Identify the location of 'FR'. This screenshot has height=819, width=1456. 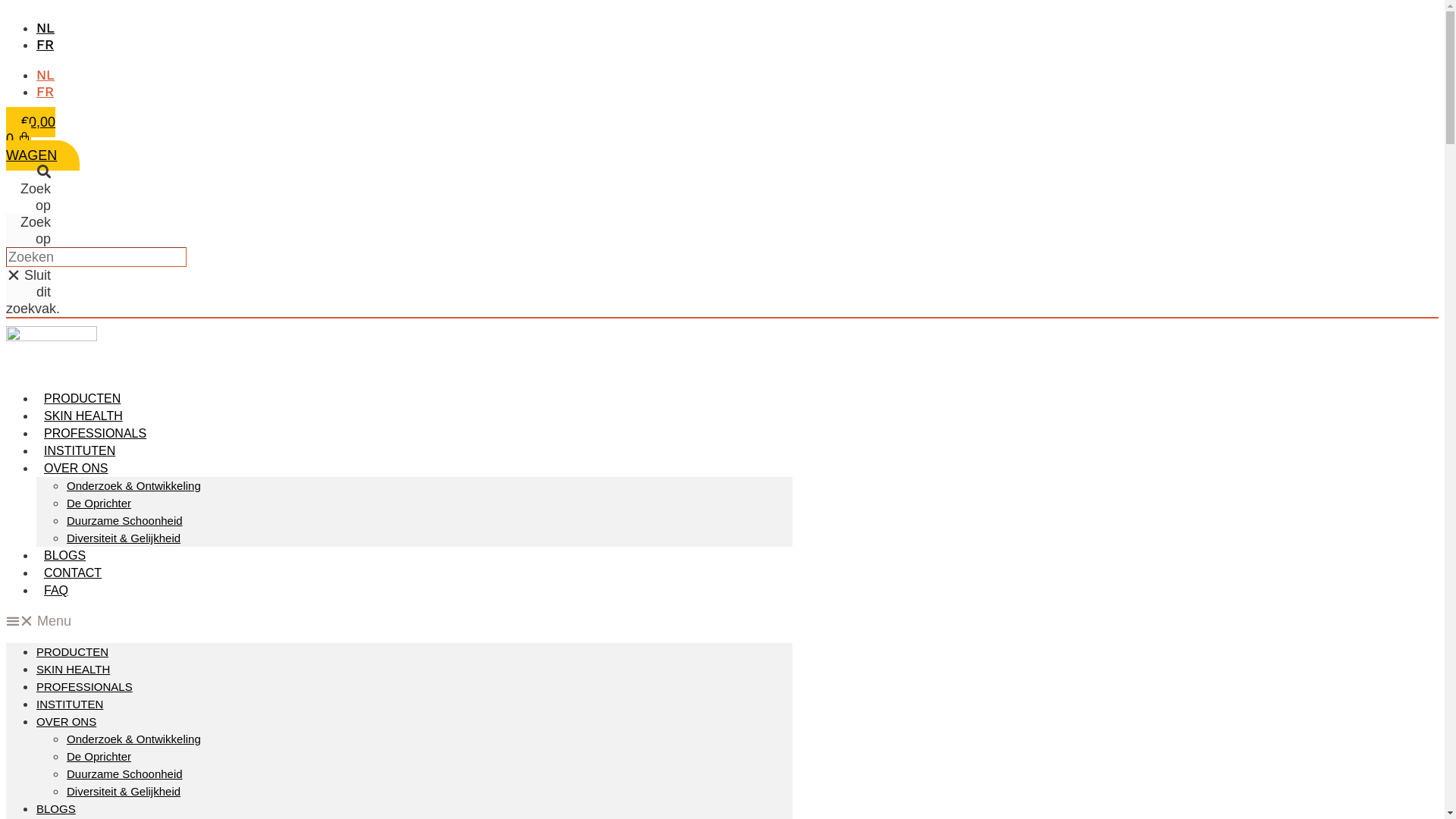
(36, 43).